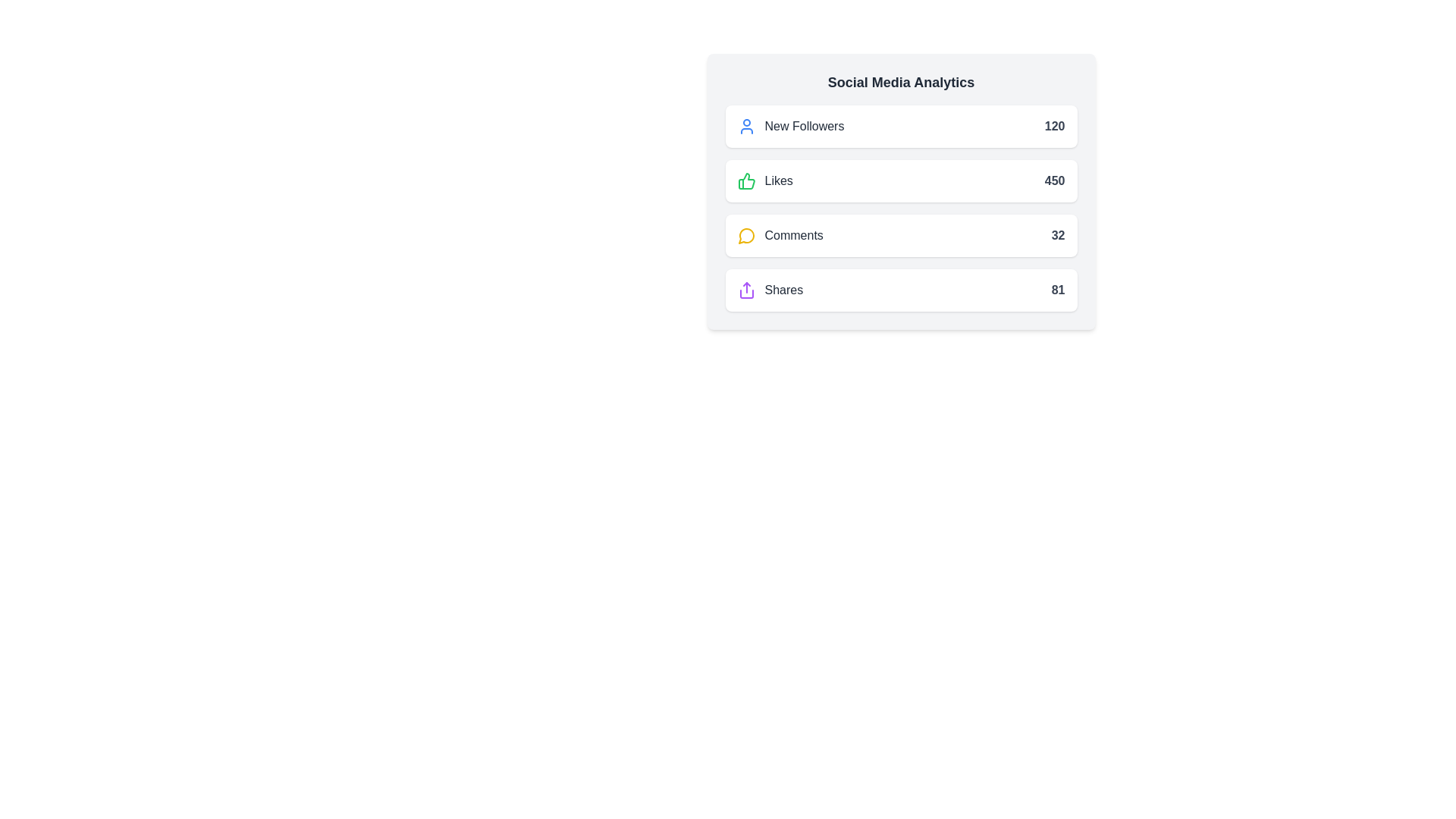 This screenshot has height=819, width=1456. Describe the element at coordinates (746, 180) in the screenshot. I see `the green thumbs-up icon located to the left of the 'Likes' text label in the second row of the list` at that location.